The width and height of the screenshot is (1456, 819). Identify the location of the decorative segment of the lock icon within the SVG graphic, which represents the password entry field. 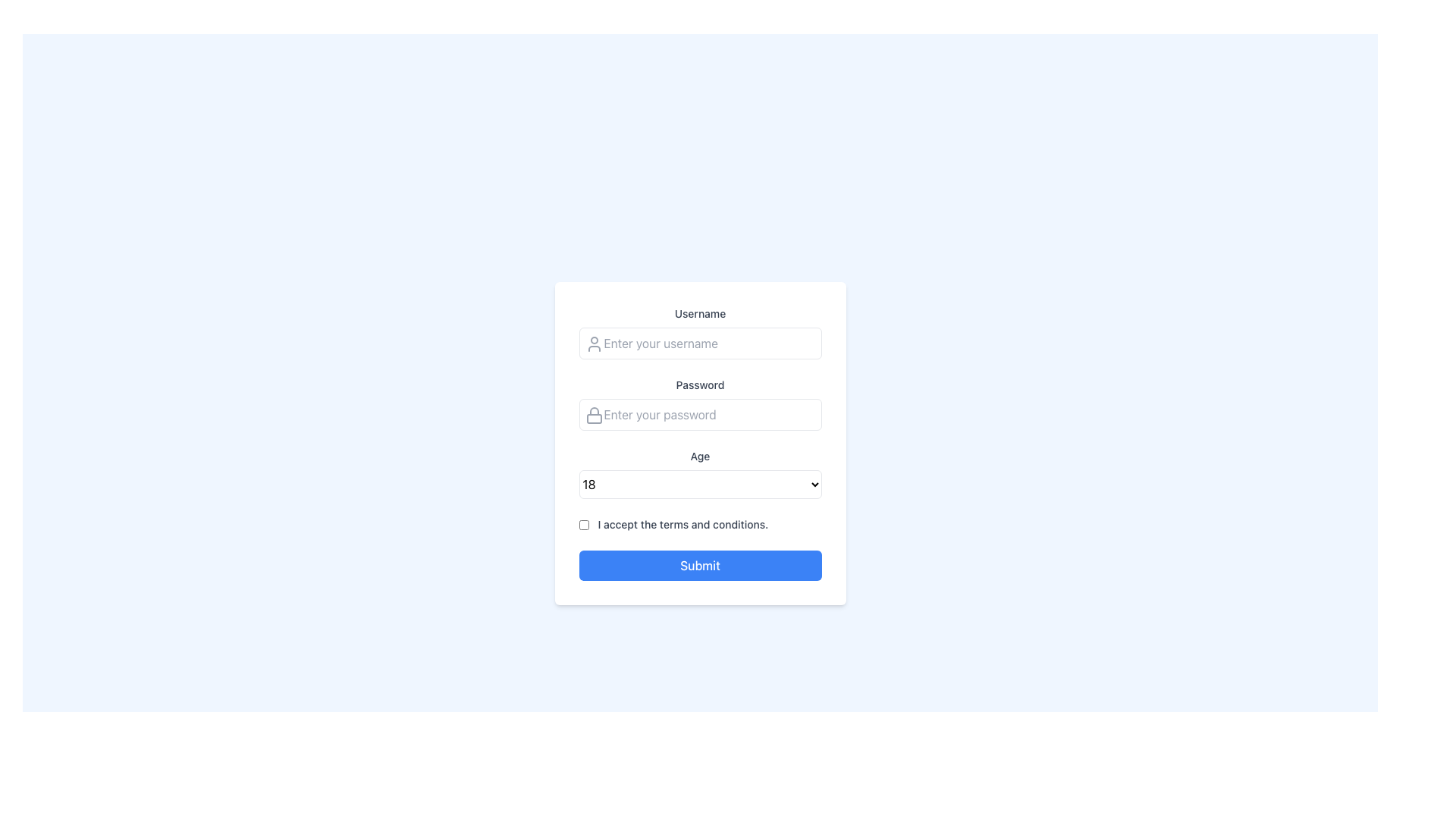
(593, 419).